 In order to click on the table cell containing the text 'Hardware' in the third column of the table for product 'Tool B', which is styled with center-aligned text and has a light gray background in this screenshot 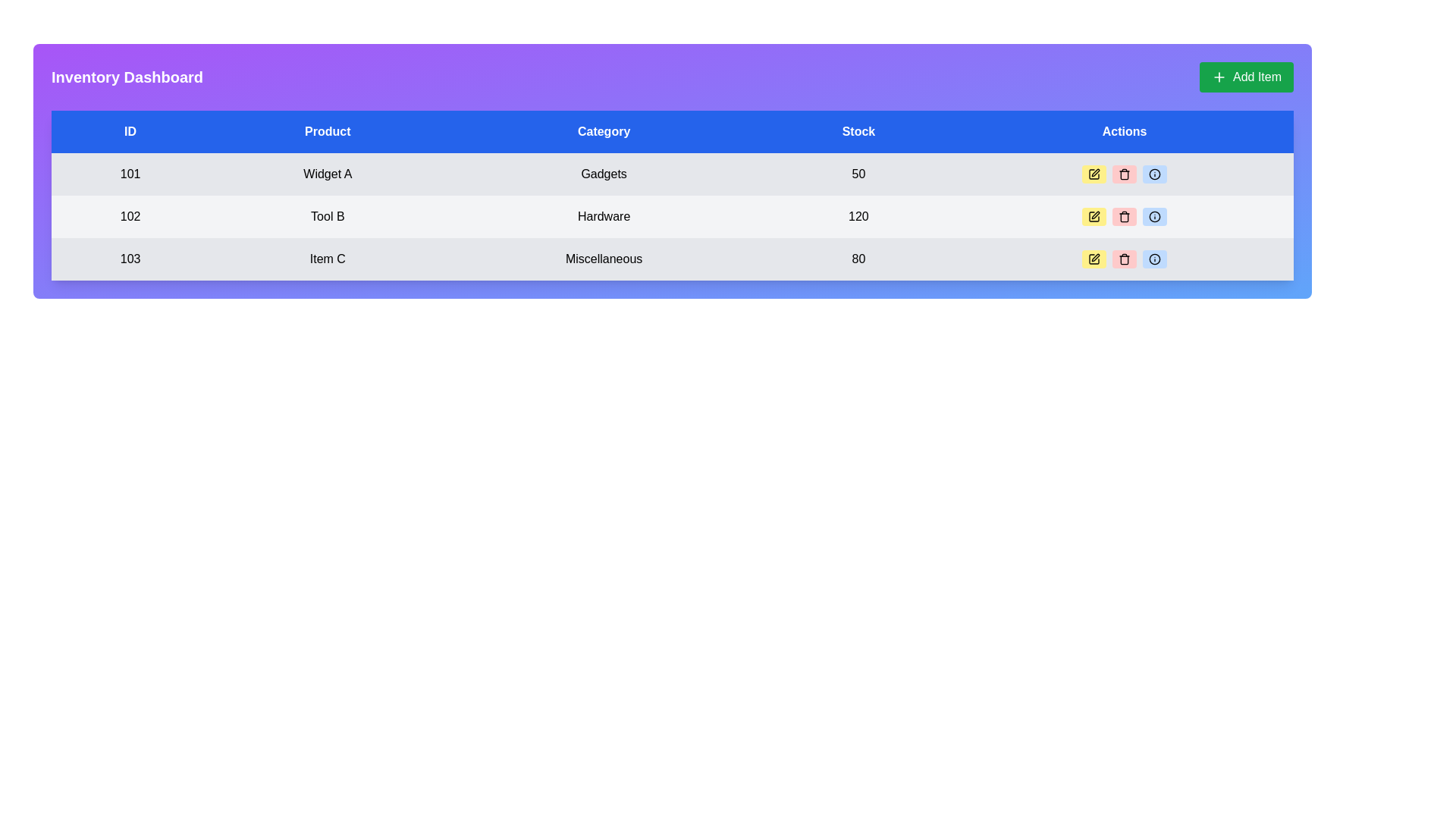, I will do `click(603, 216)`.